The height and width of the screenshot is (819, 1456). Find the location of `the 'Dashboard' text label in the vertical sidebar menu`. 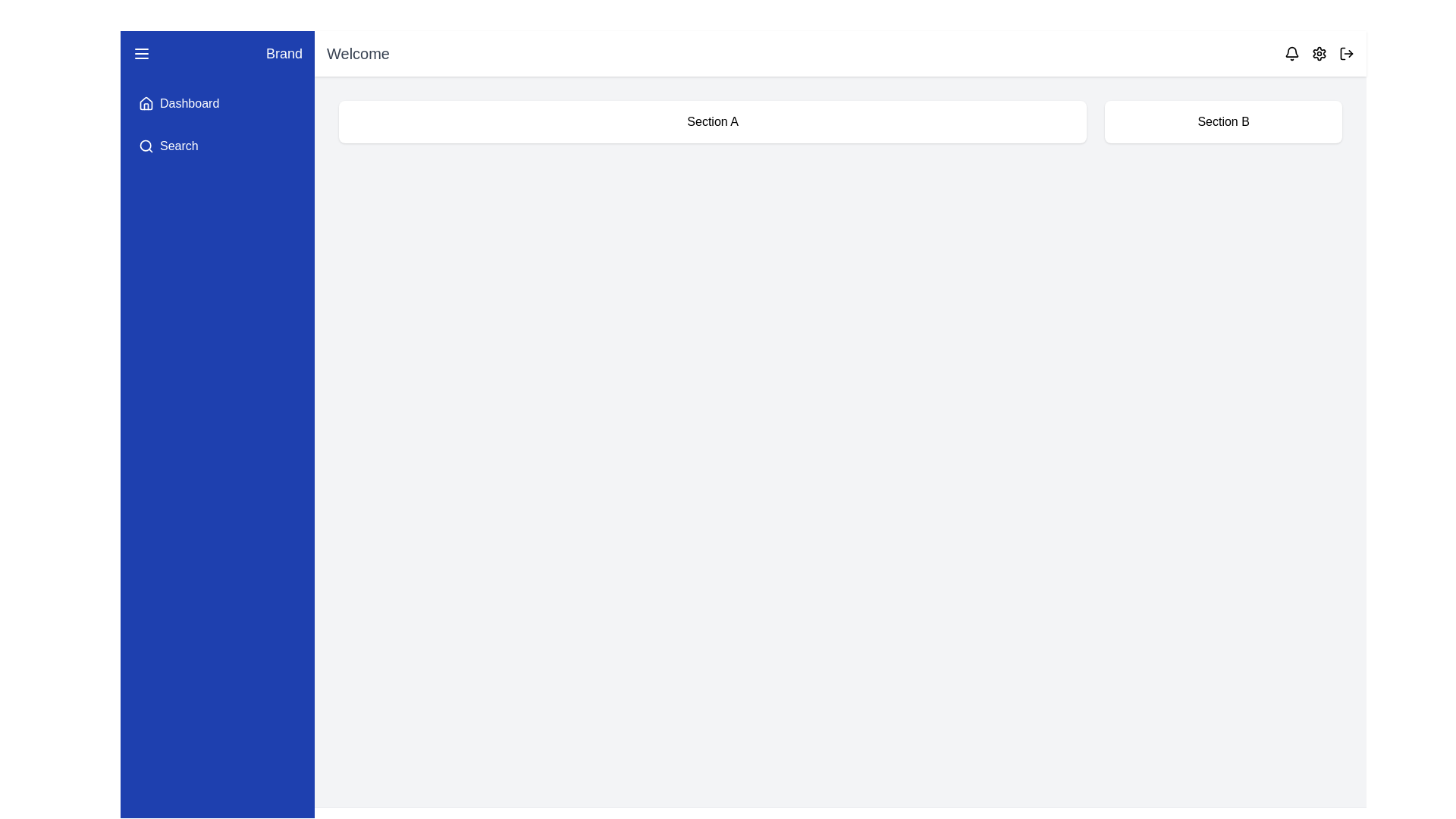

the 'Dashboard' text label in the vertical sidebar menu is located at coordinates (189, 103).